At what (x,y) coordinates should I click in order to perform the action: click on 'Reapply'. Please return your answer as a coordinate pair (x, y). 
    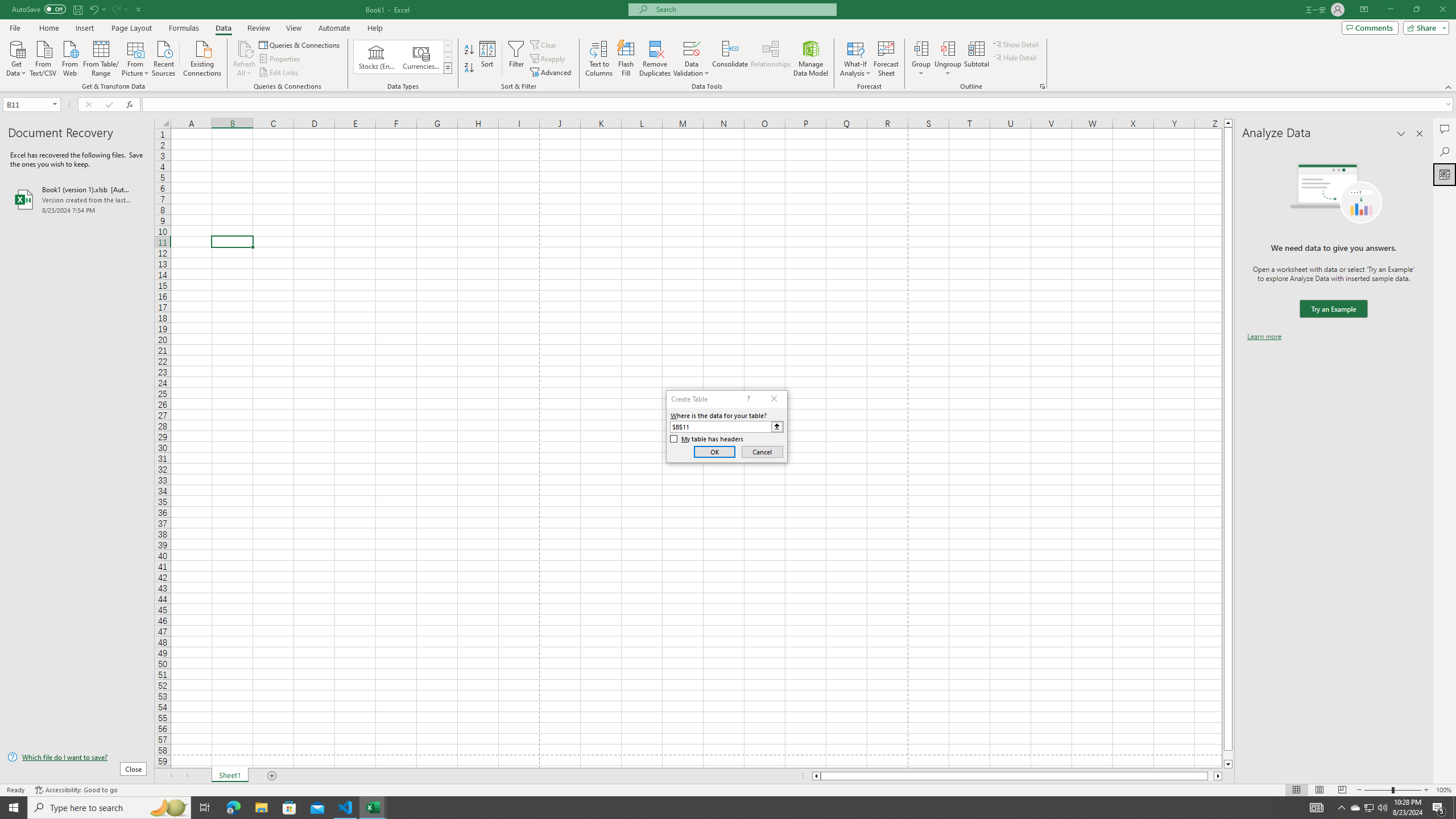
    Looking at the image, I should click on (549, 59).